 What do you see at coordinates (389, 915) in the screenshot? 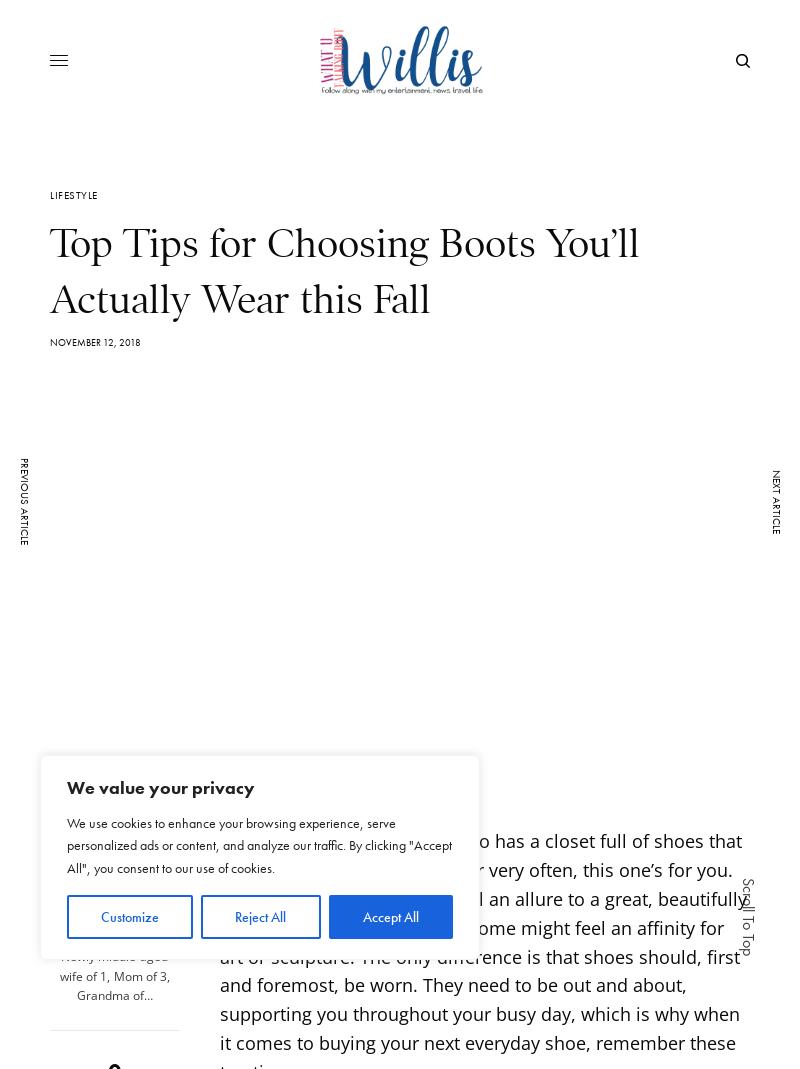
I see `'Accept All'` at bounding box center [389, 915].